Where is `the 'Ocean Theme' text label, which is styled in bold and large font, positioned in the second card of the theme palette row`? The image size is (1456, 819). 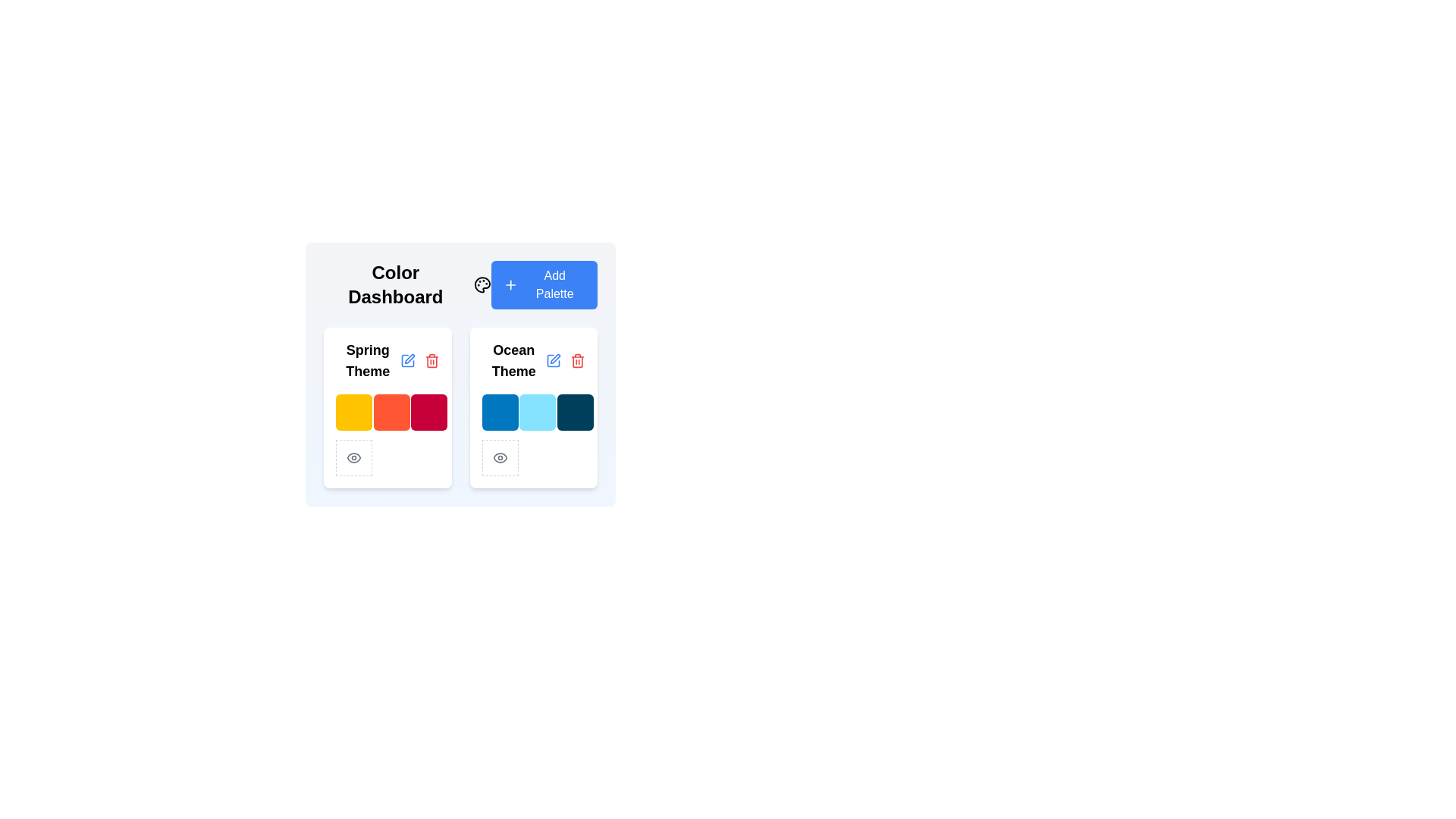
the 'Ocean Theme' text label, which is styled in bold and large font, positioned in the second card of the theme palette row is located at coordinates (533, 360).